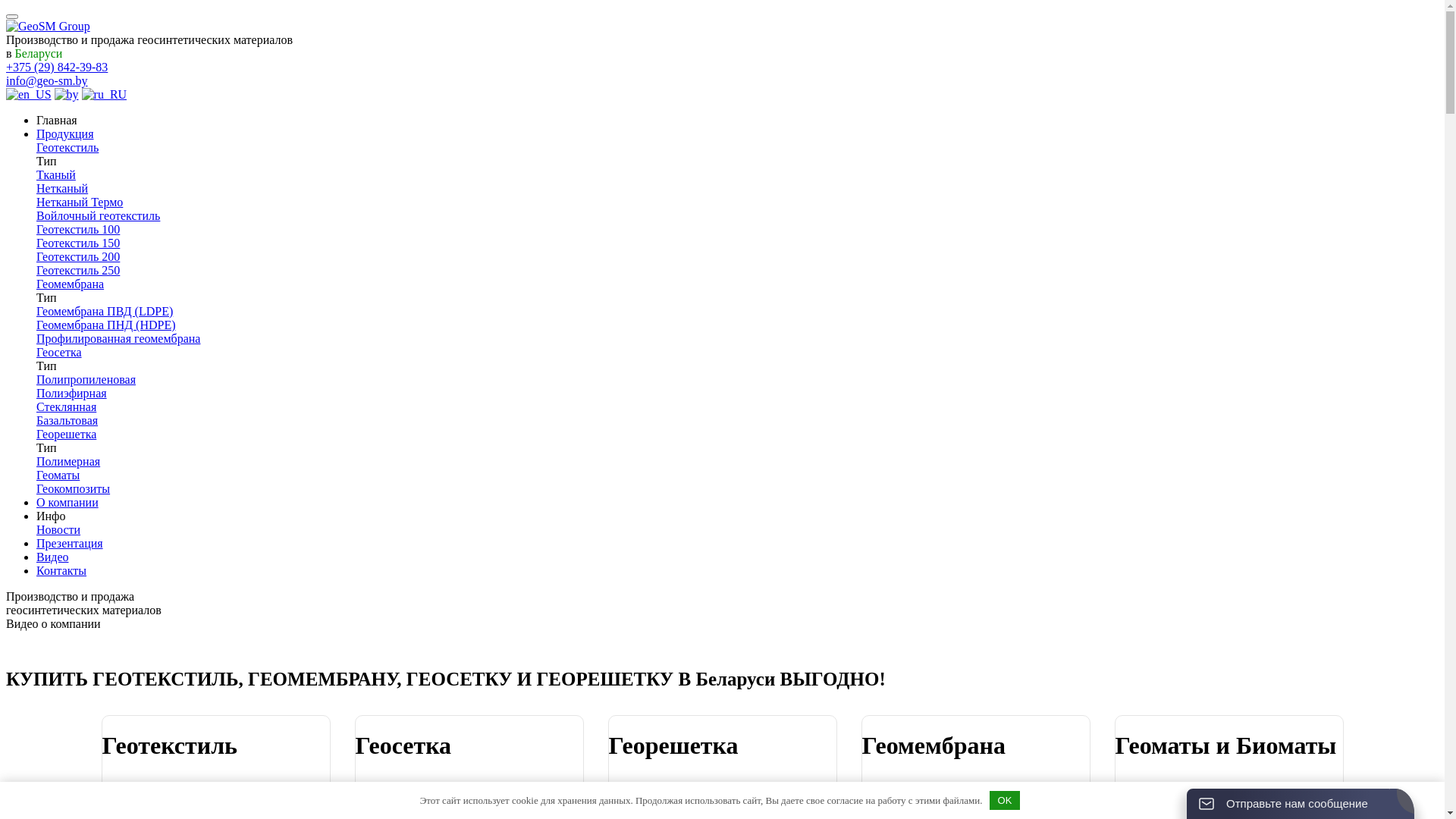 The image size is (1456, 819). I want to click on 'OK', so click(1004, 799).